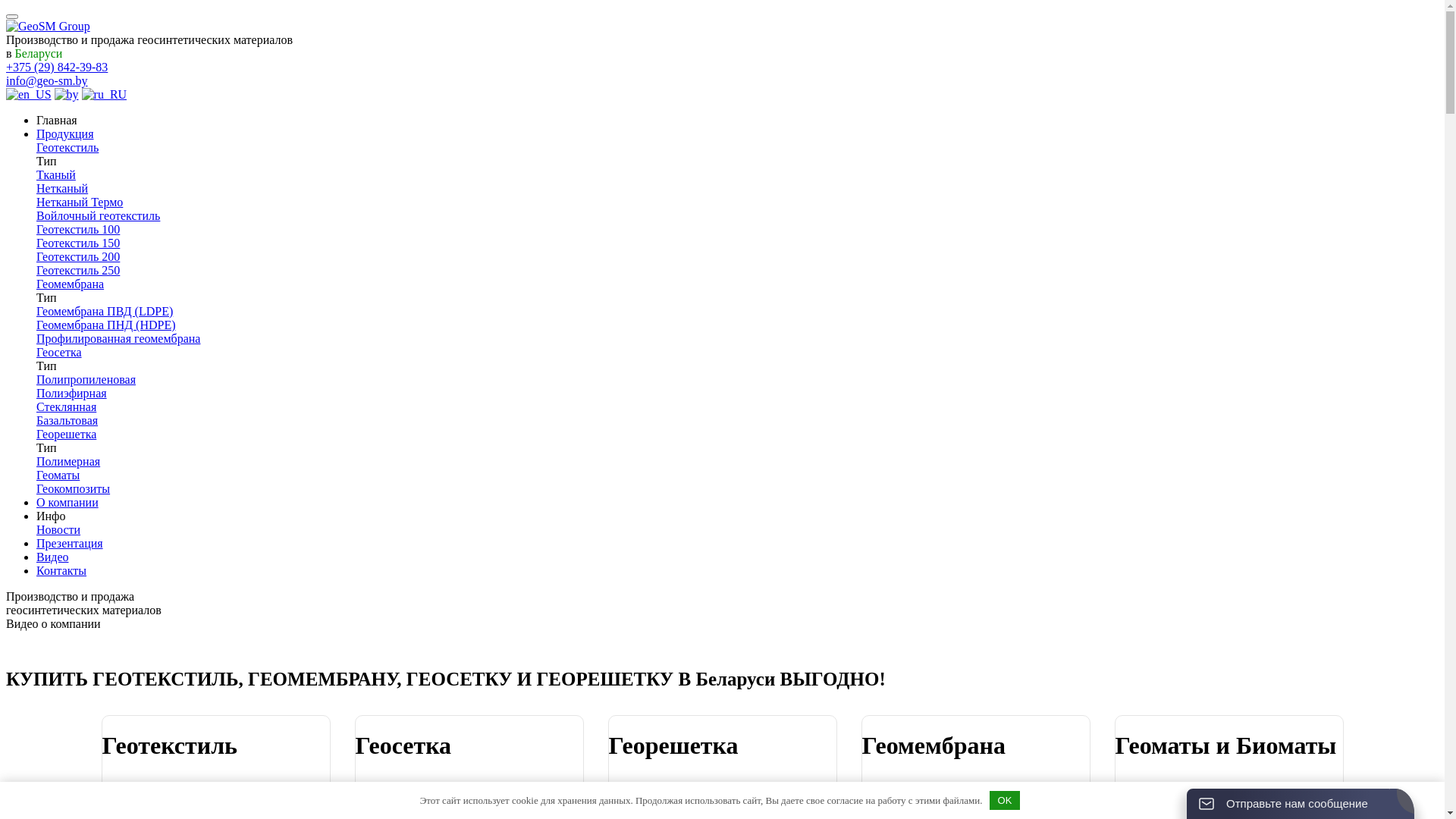 The image size is (1456, 819). I want to click on 'OK', so click(1004, 799).